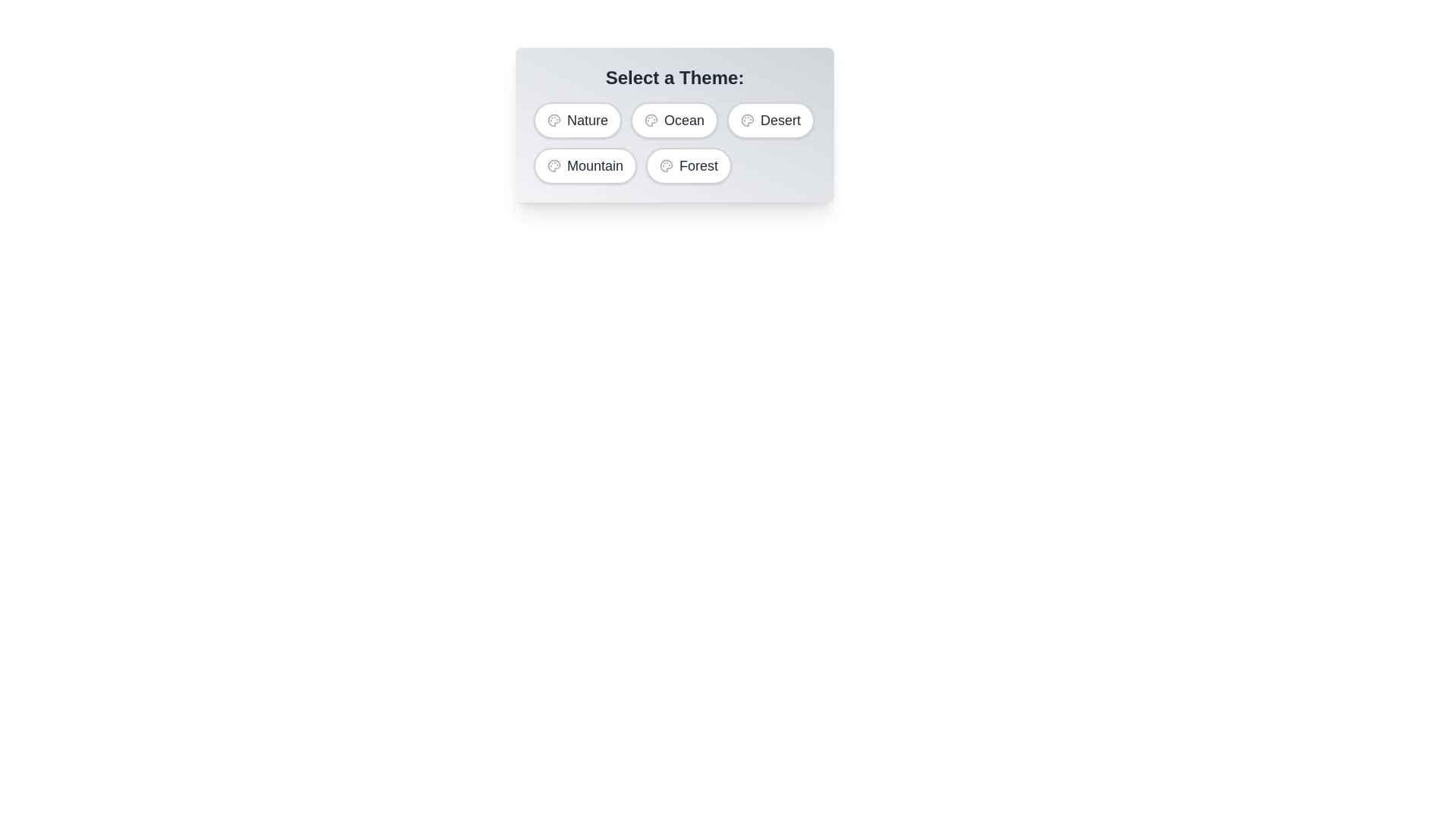 Image resolution: width=1456 pixels, height=819 pixels. What do you see at coordinates (577, 119) in the screenshot?
I see `the Nature button to select it` at bounding box center [577, 119].